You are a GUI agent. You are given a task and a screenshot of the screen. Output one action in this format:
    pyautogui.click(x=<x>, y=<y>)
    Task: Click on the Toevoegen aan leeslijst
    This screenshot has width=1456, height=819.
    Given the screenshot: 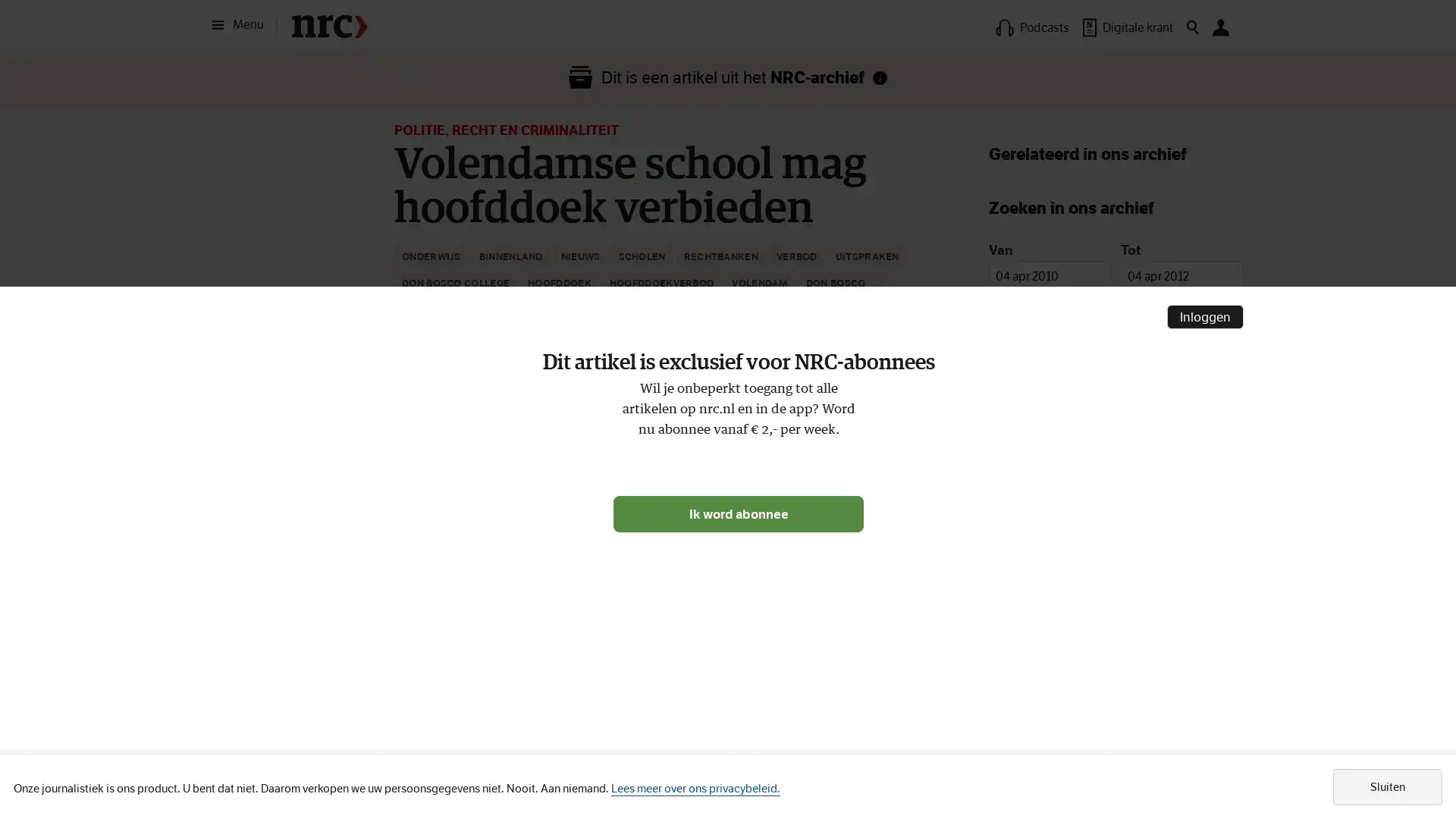 What is the action you would take?
    pyautogui.click(x=946, y=327)
    